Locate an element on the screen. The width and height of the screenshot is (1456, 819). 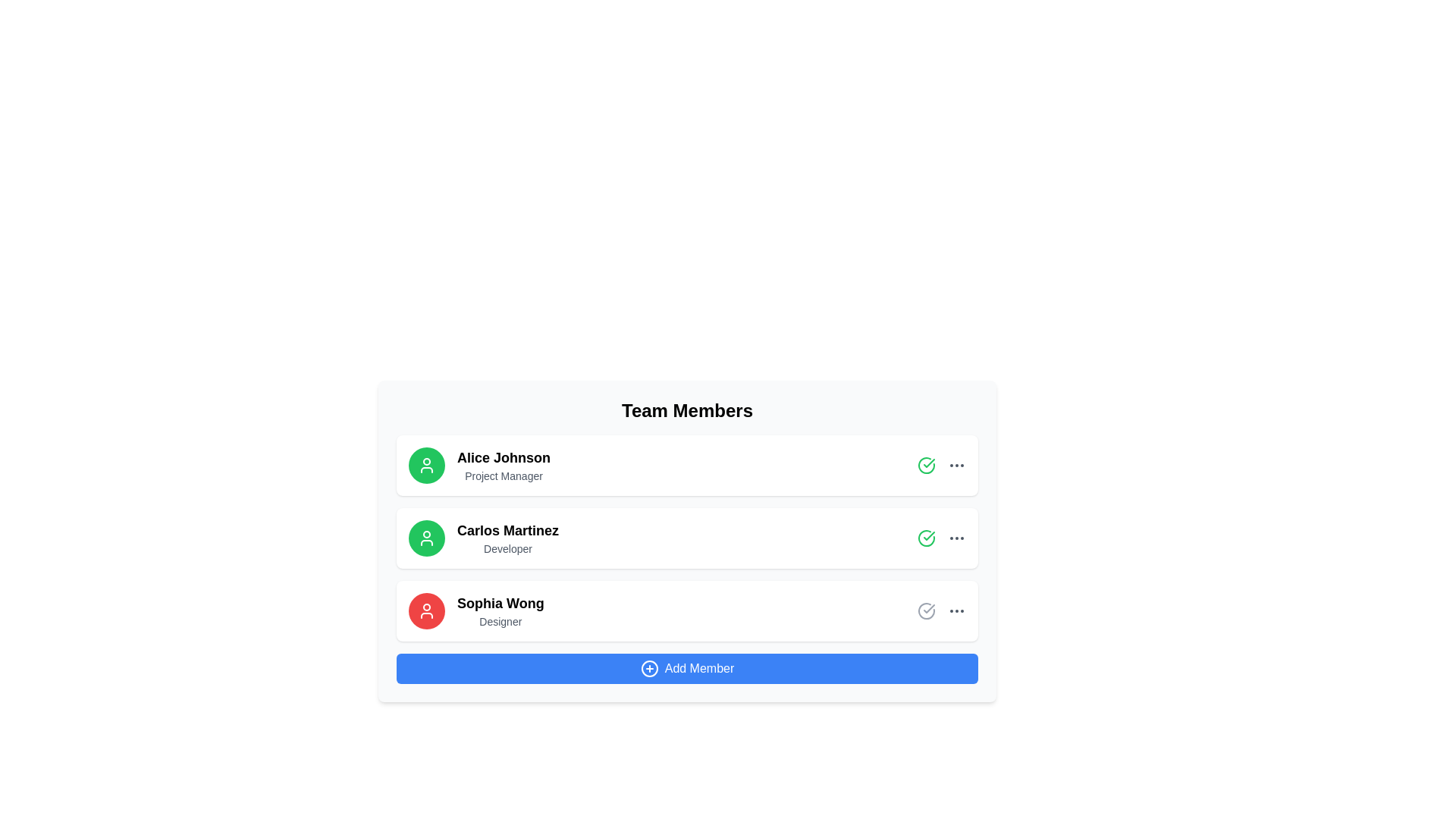
the Horizontal Ellipsis Icon located as the third interactive item on the right side of the third row in the 'Team Members' section is located at coordinates (956, 610).